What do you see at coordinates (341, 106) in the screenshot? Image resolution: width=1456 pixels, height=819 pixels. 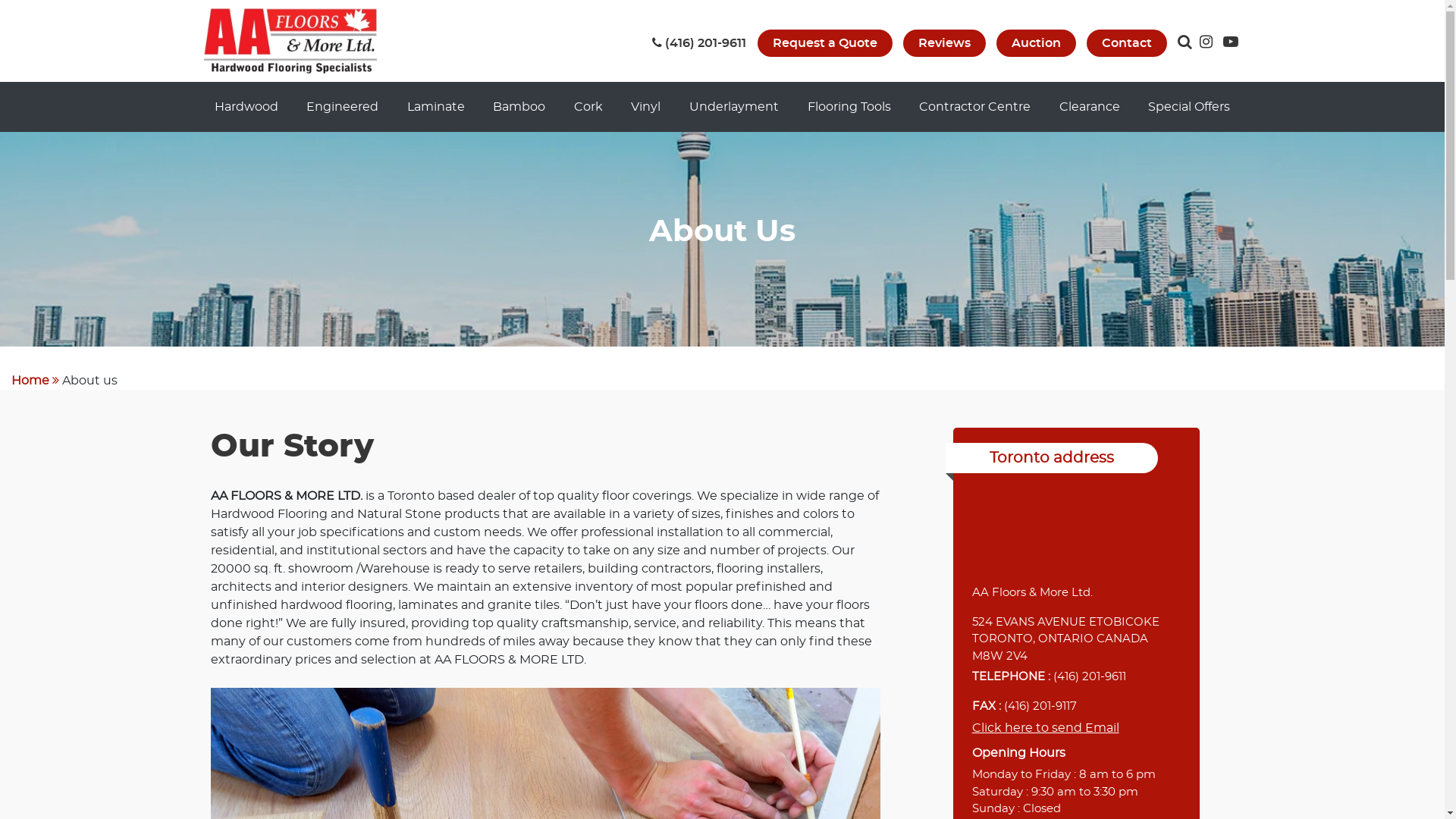 I see `'Engineered'` at bounding box center [341, 106].